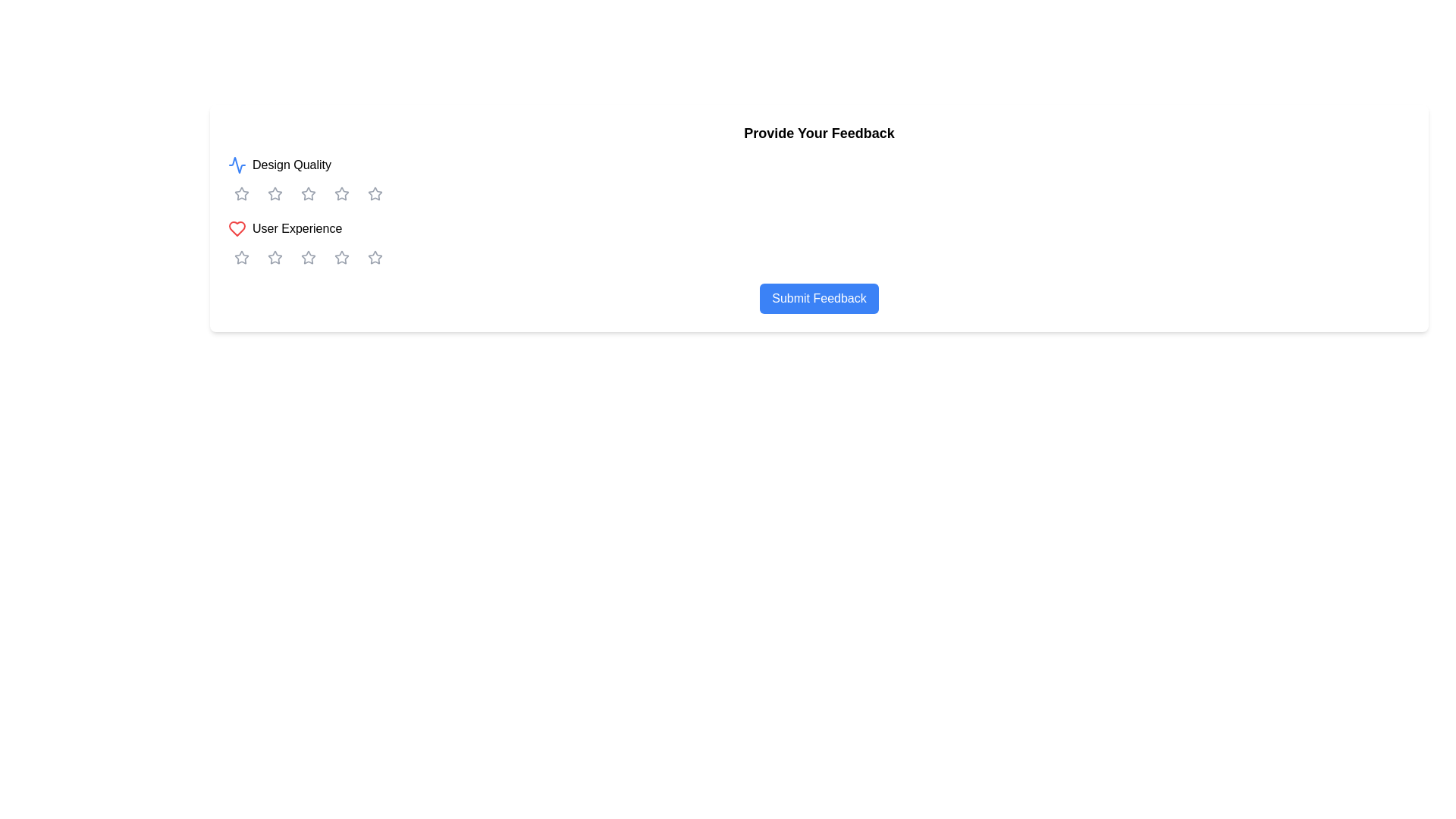 The height and width of the screenshot is (819, 1456). I want to click on the first rating star, so click(240, 256).